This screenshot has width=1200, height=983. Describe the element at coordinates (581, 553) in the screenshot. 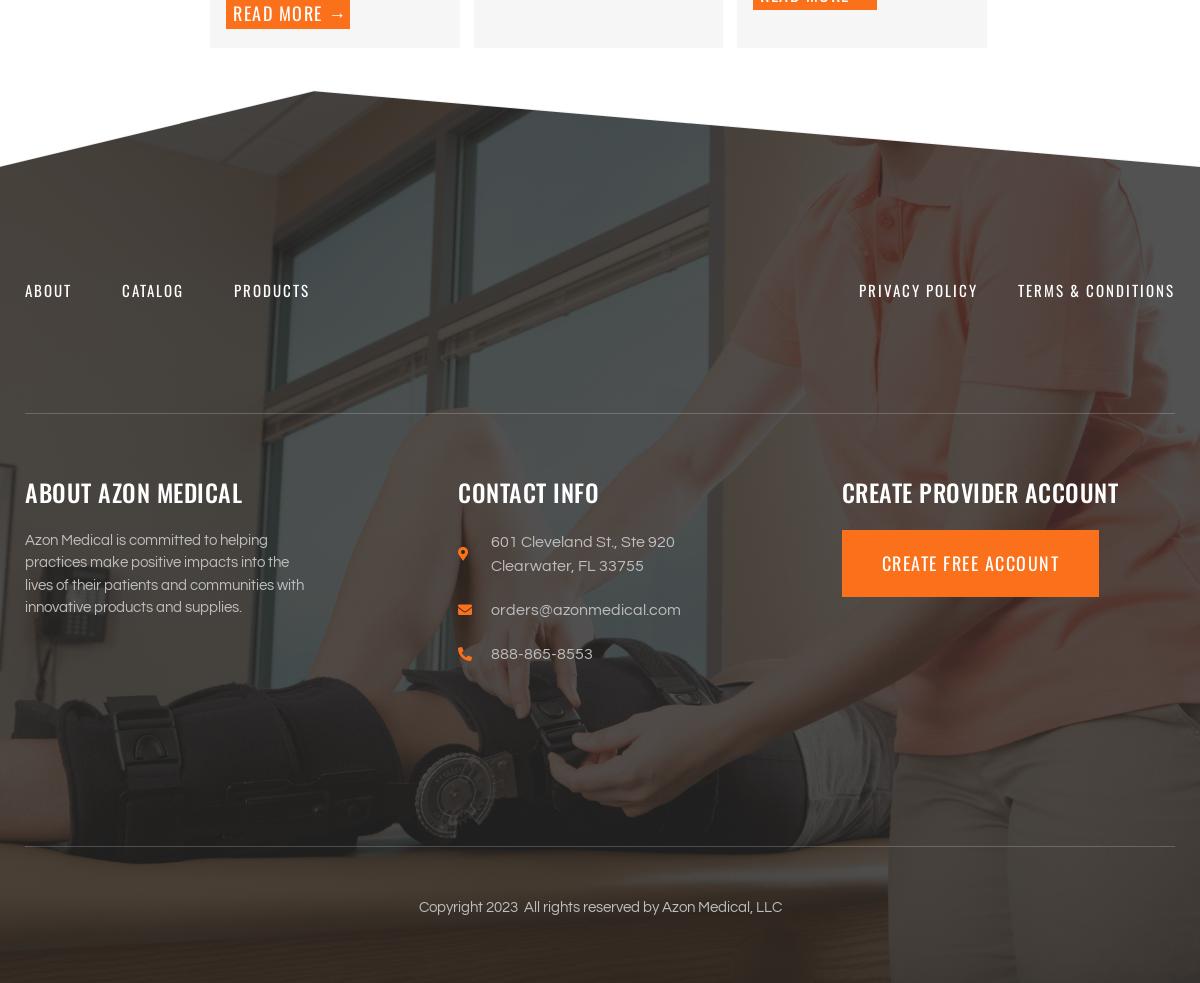

I see `'601 Cleveland St., Ste 920 Clearwater, FL 33755'` at that location.